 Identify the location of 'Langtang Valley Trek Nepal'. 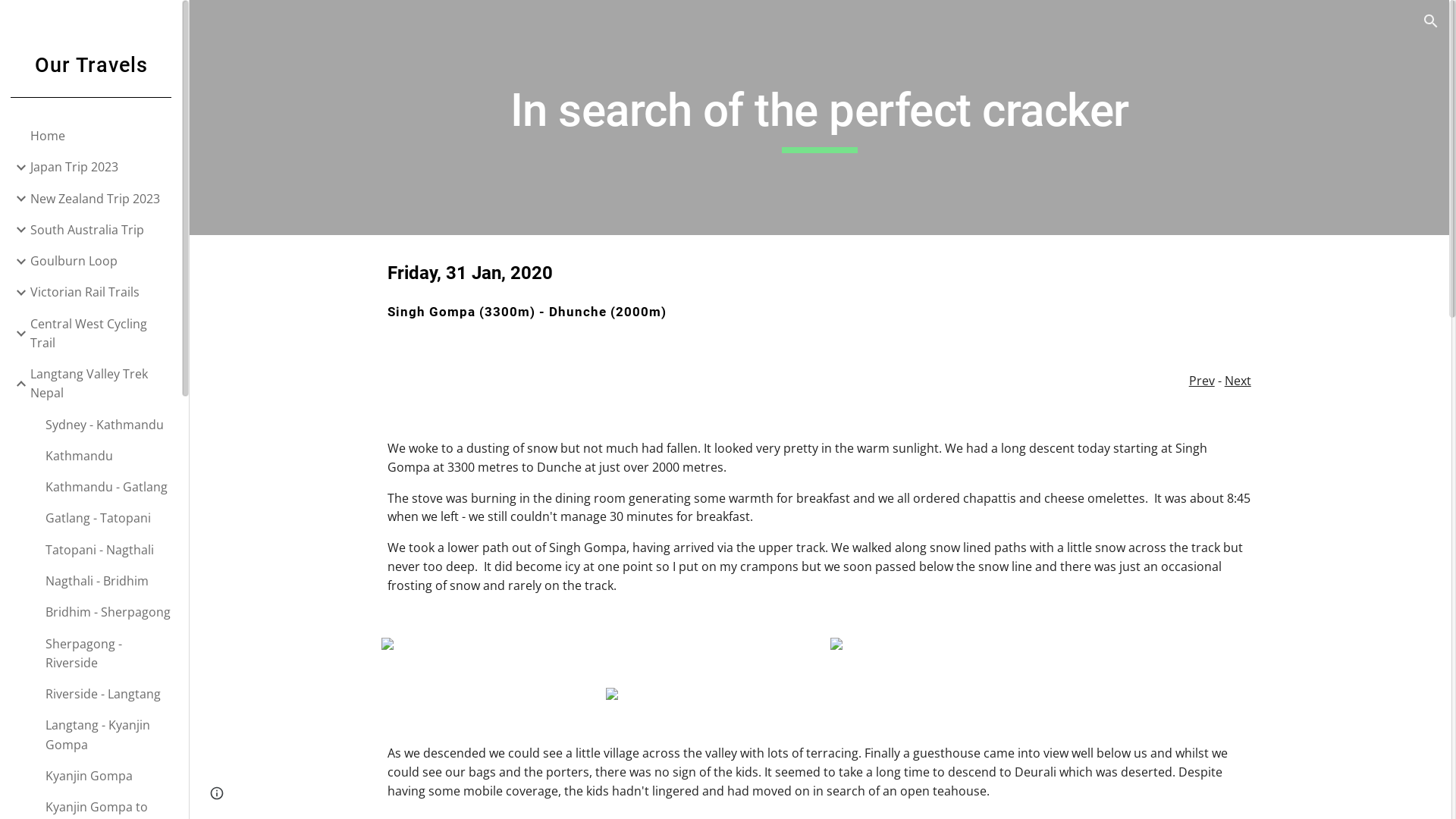
(99, 383).